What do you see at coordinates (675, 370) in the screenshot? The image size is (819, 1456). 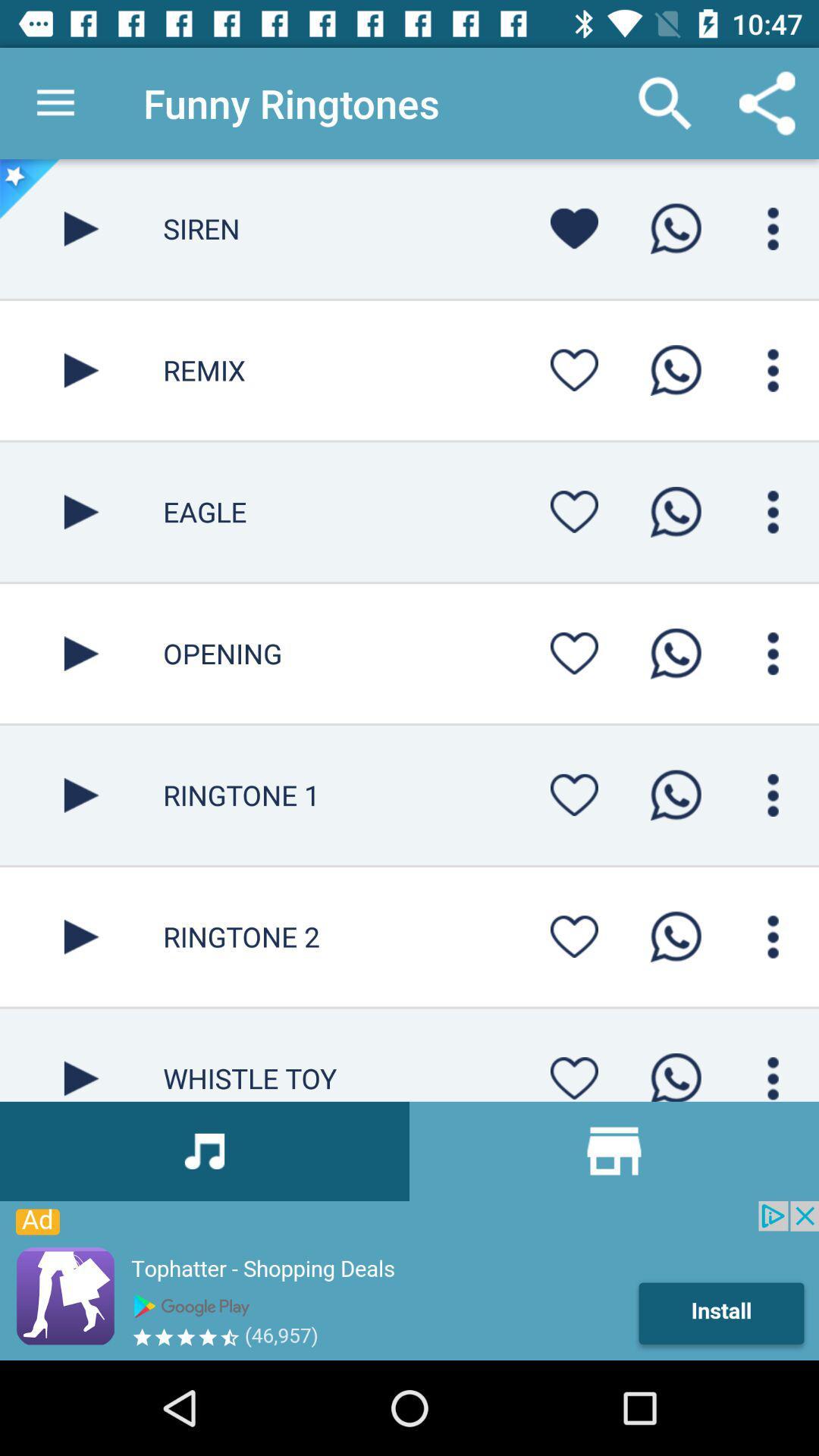 I see `whatsapp the ringtone` at bounding box center [675, 370].